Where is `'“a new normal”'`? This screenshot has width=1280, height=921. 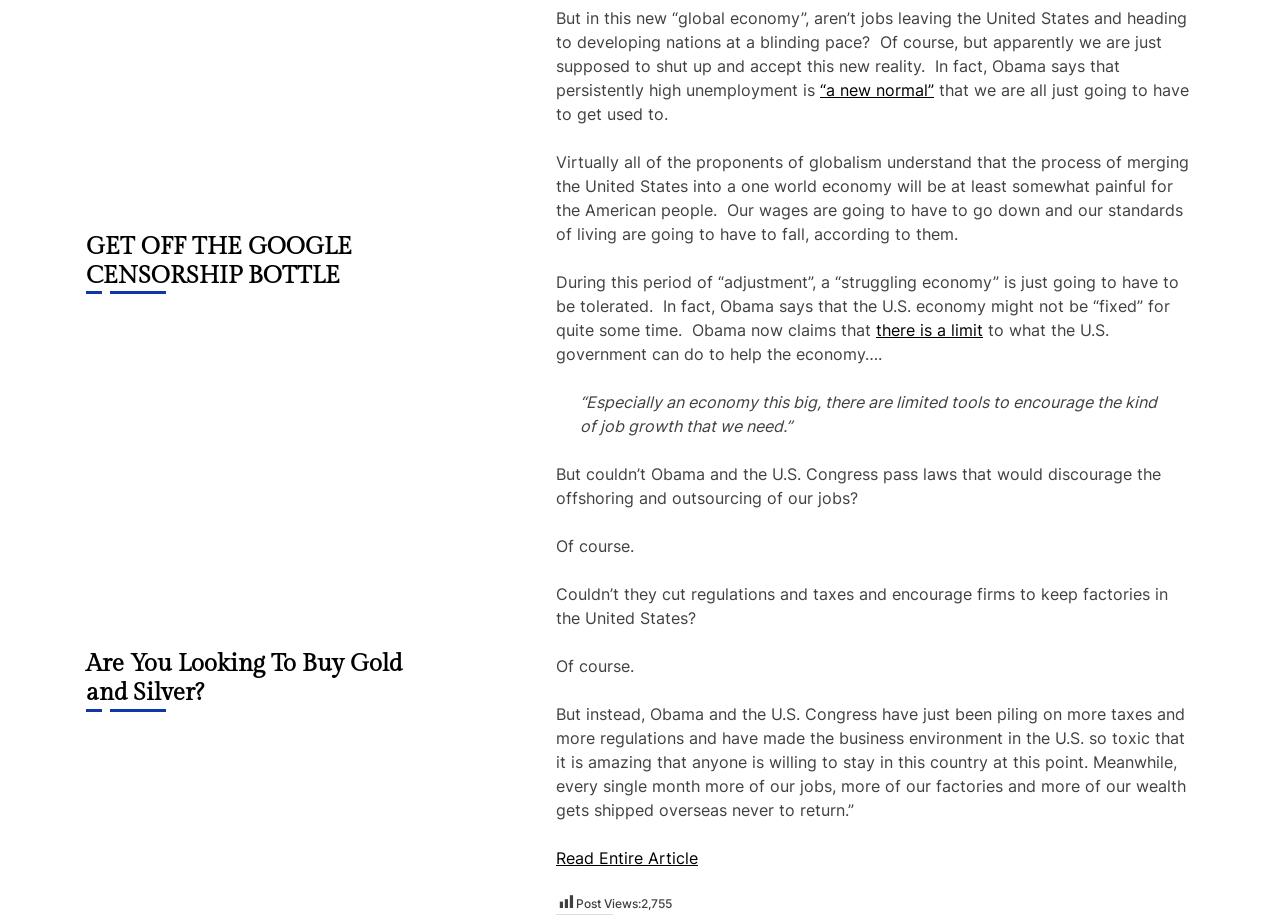 '“a new normal”' is located at coordinates (819, 89).